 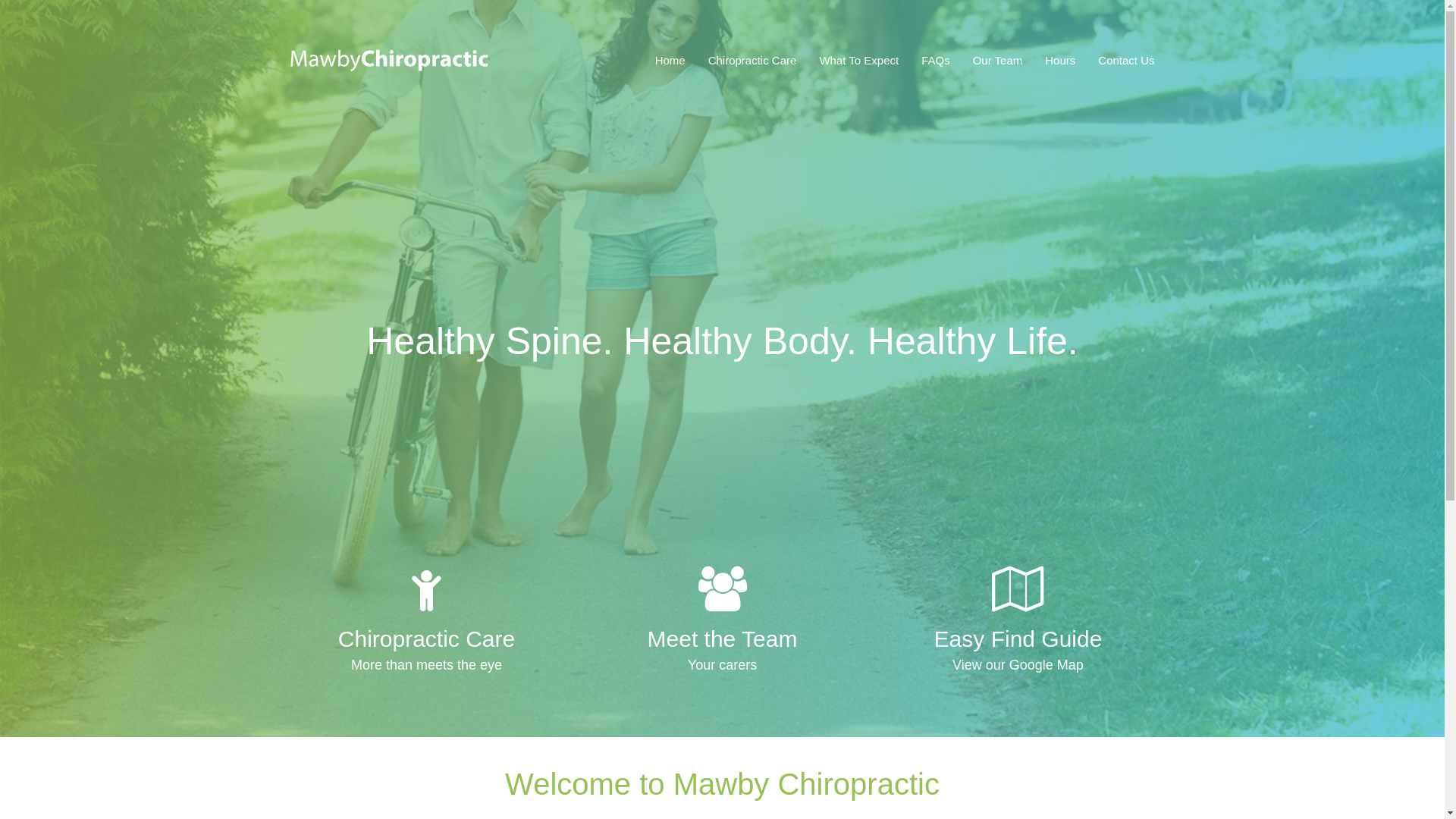 What do you see at coordinates (720, 622) in the screenshot?
I see `'Meet the Team` at bounding box center [720, 622].